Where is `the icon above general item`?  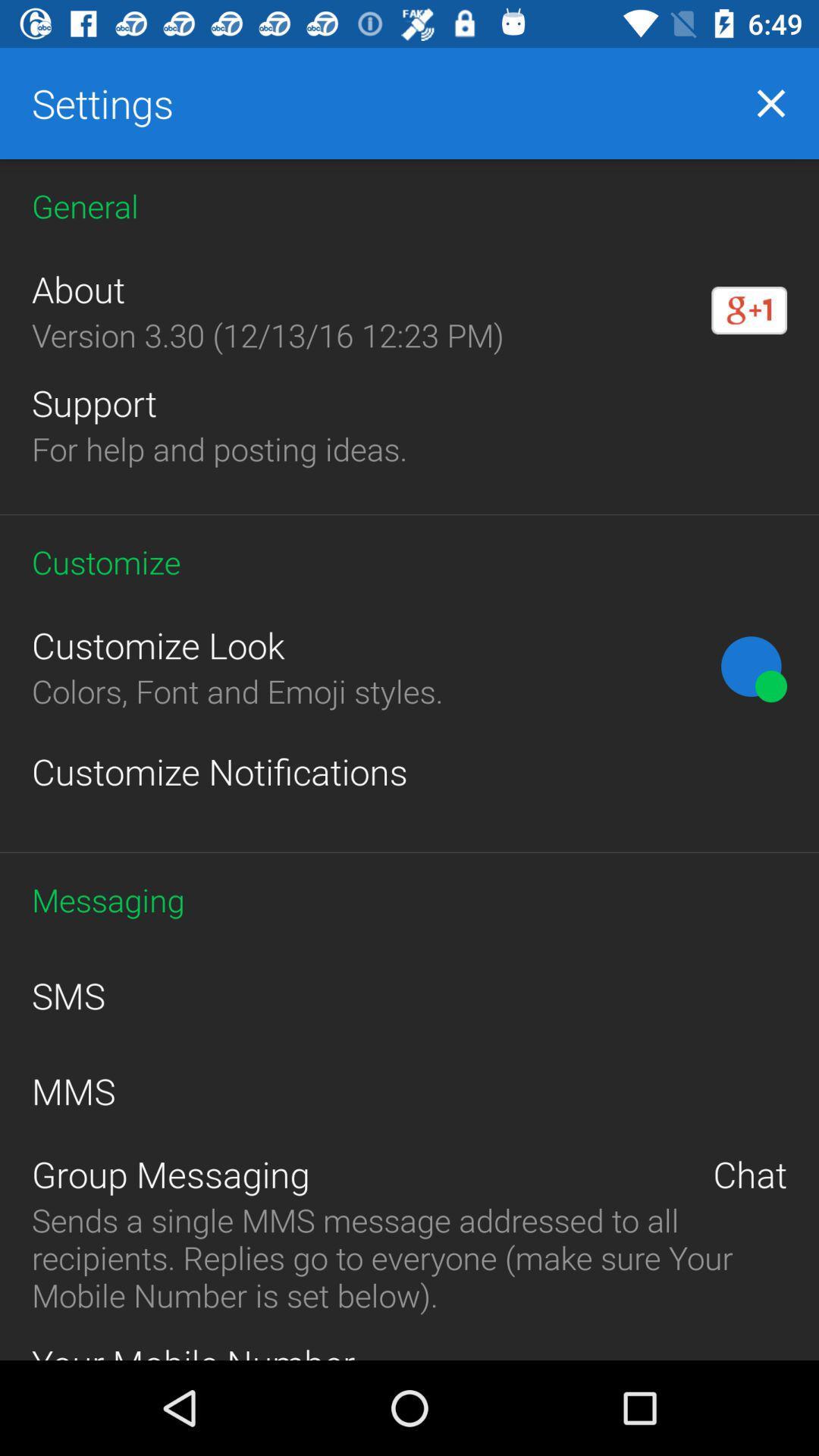 the icon above general item is located at coordinates (771, 102).